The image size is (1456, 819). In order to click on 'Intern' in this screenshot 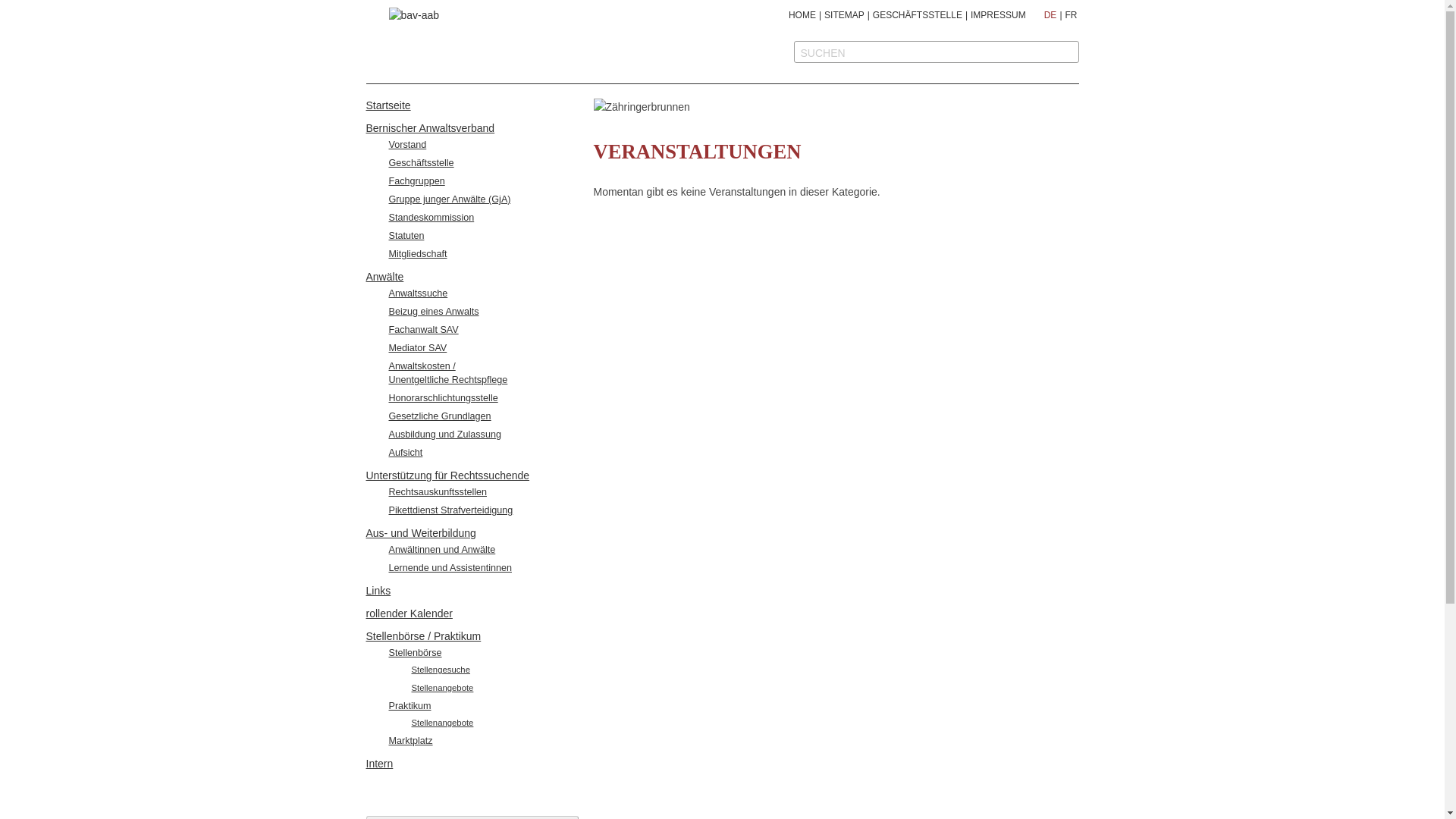, I will do `click(378, 763)`.